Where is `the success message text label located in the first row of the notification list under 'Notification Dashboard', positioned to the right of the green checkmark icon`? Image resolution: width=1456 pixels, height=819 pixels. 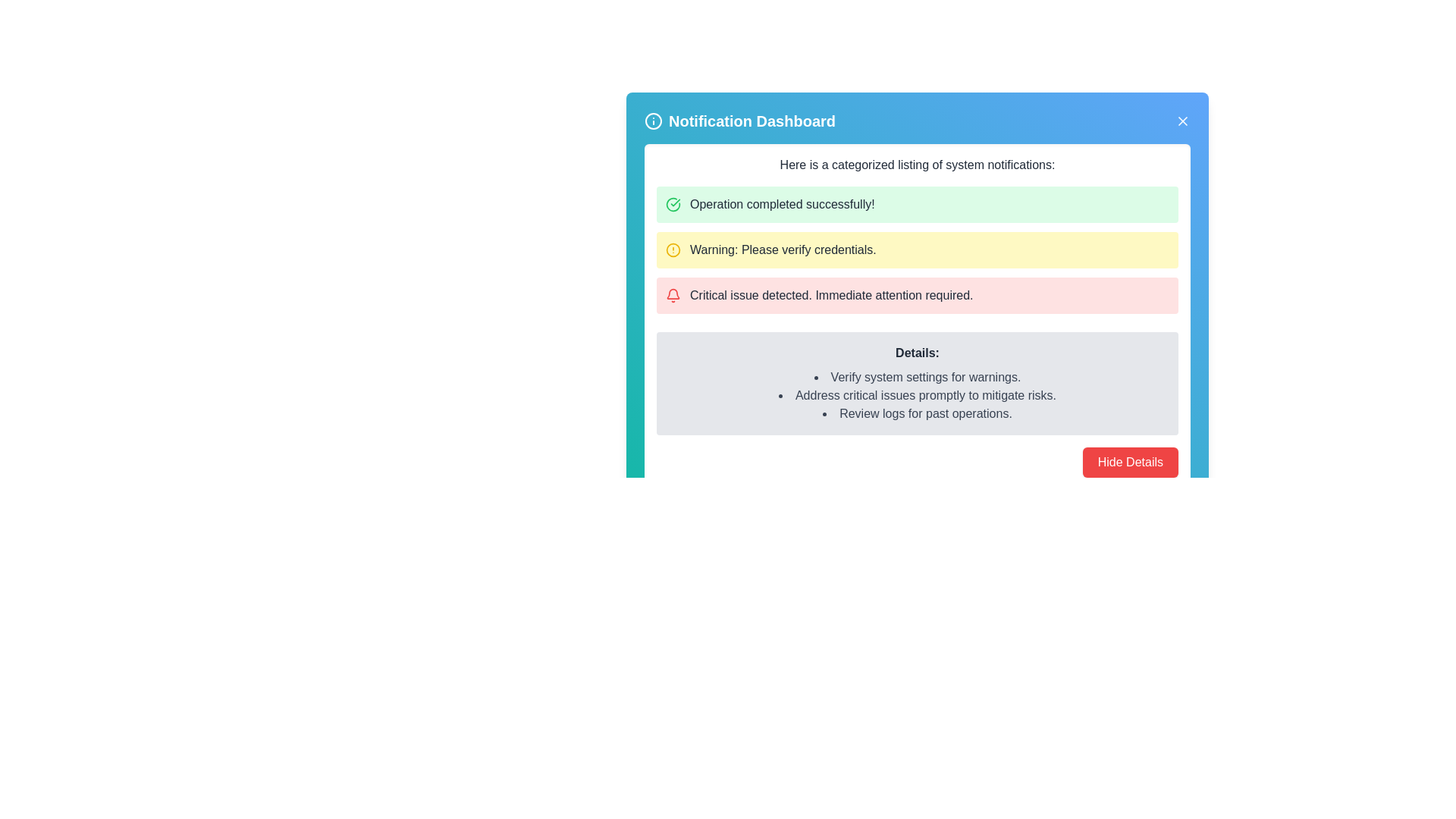 the success message text label located in the first row of the notification list under 'Notification Dashboard', positioned to the right of the green checkmark icon is located at coordinates (782, 205).